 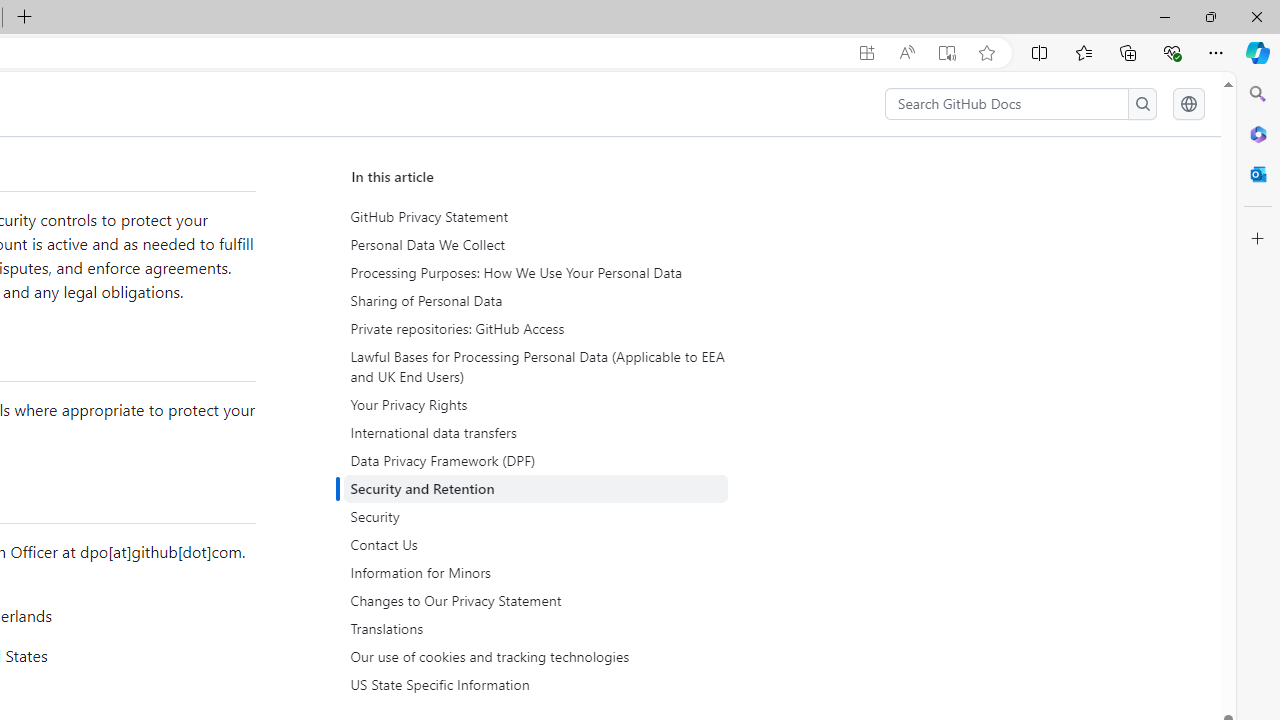 I want to click on 'Processing Purposes: How We Use Your Personal Data', so click(x=538, y=273).